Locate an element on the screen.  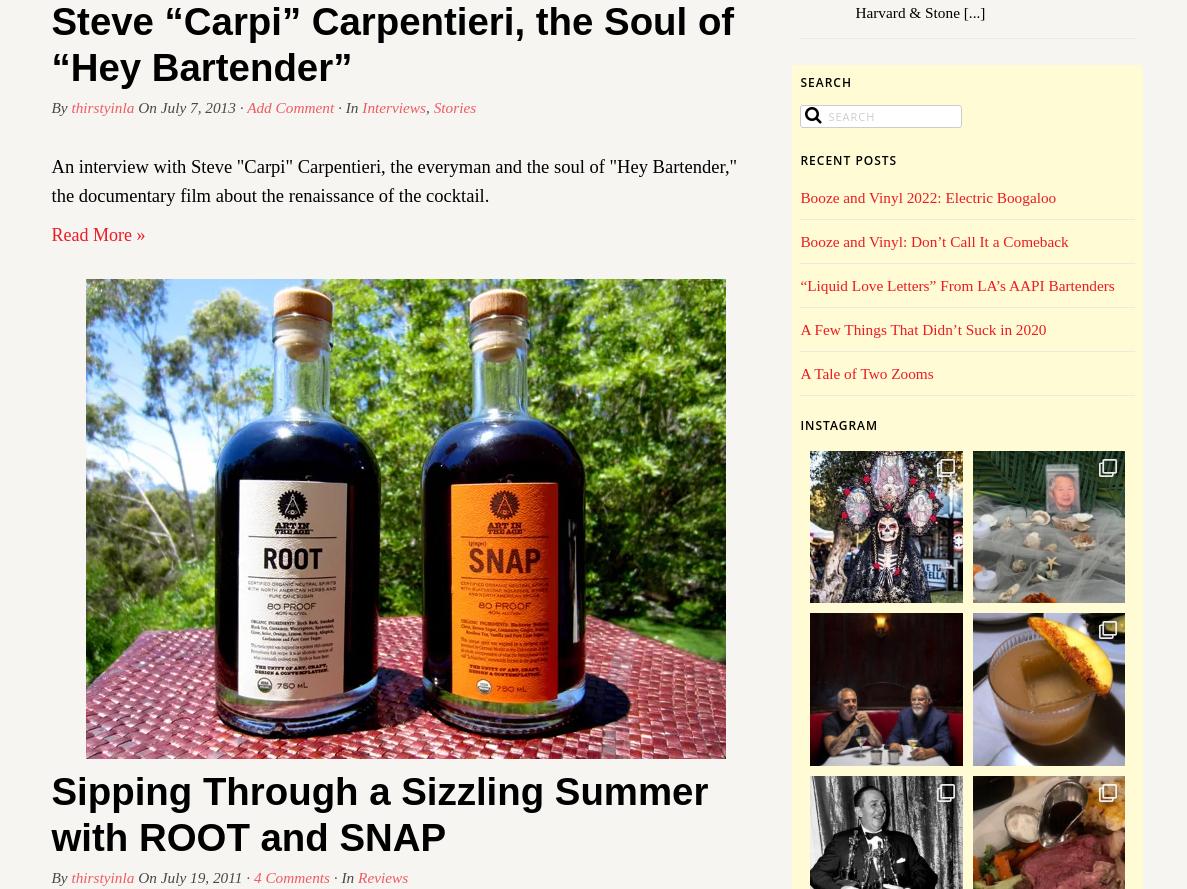
'Steve “Carpi” Carpentieri, the Soul of “Hey Bartender”' is located at coordinates (392, 44).